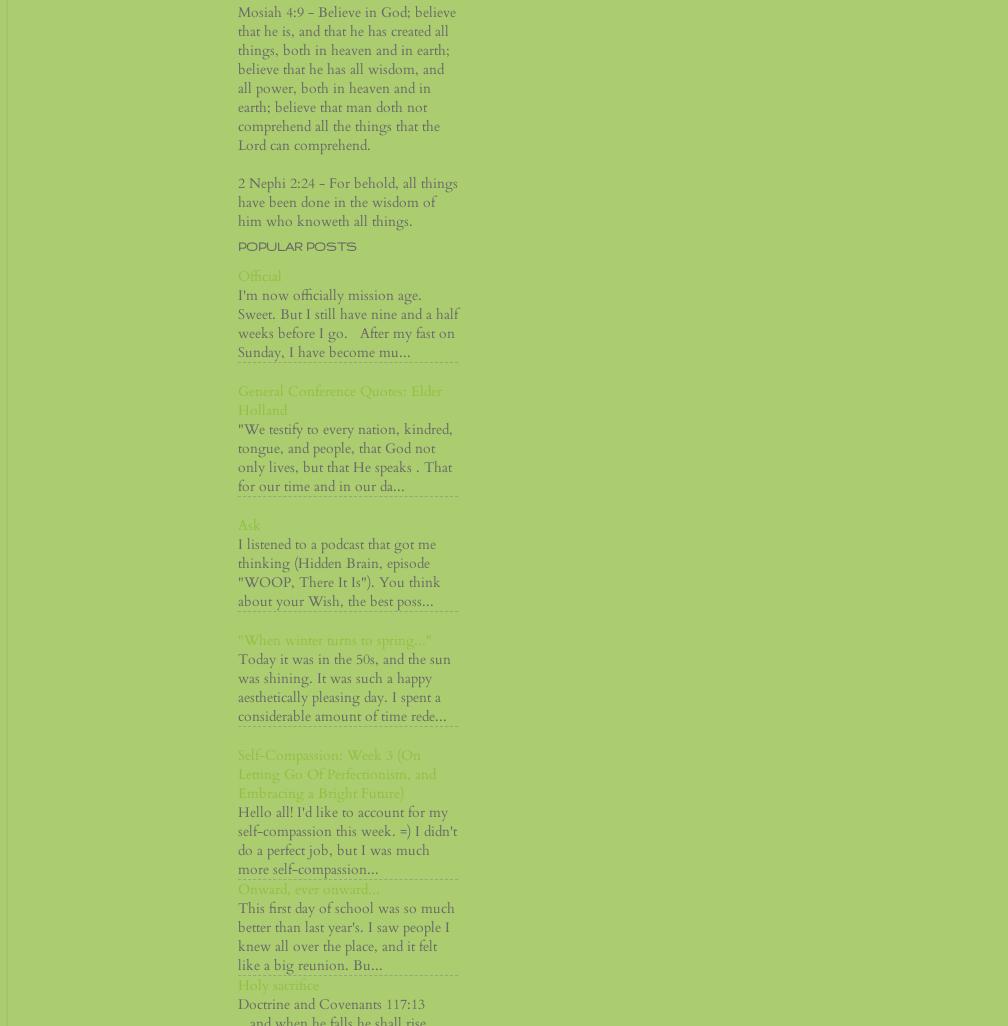 This screenshot has height=1026, width=1008. I want to click on 'Mosiah 4:9 - Believe in God; believe that he is, and that he has created all things, both in heaven and in earth; believe that he has all wisdom, and all power, both in heaven and in earth; believe that man doth not comprehend all the things that the Lord can comprehend.', so click(346, 78).